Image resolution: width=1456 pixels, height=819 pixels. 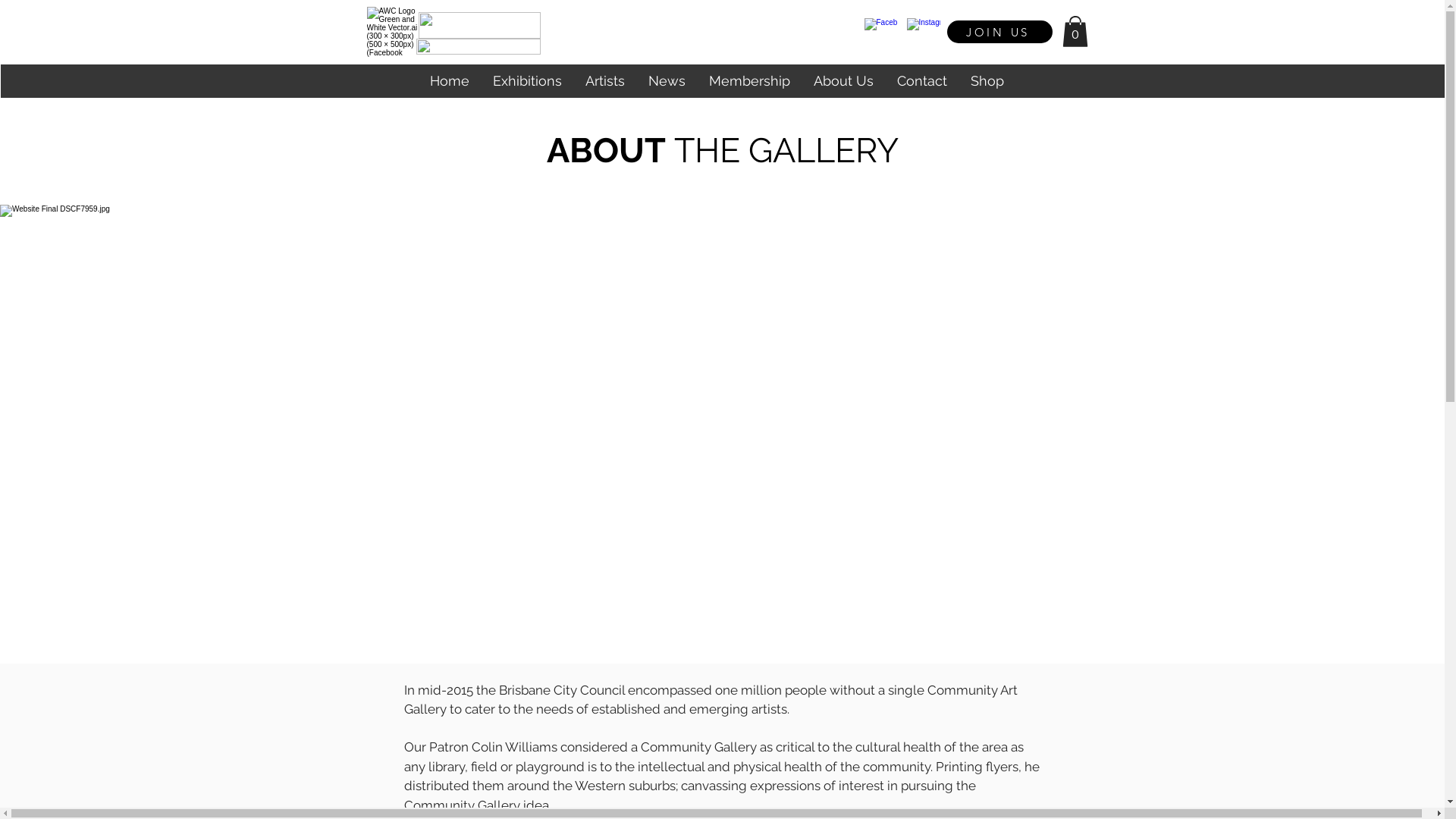 What do you see at coordinates (987, 81) in the screenshot?
I see `'Shop'` at bounding box center [987, 81].